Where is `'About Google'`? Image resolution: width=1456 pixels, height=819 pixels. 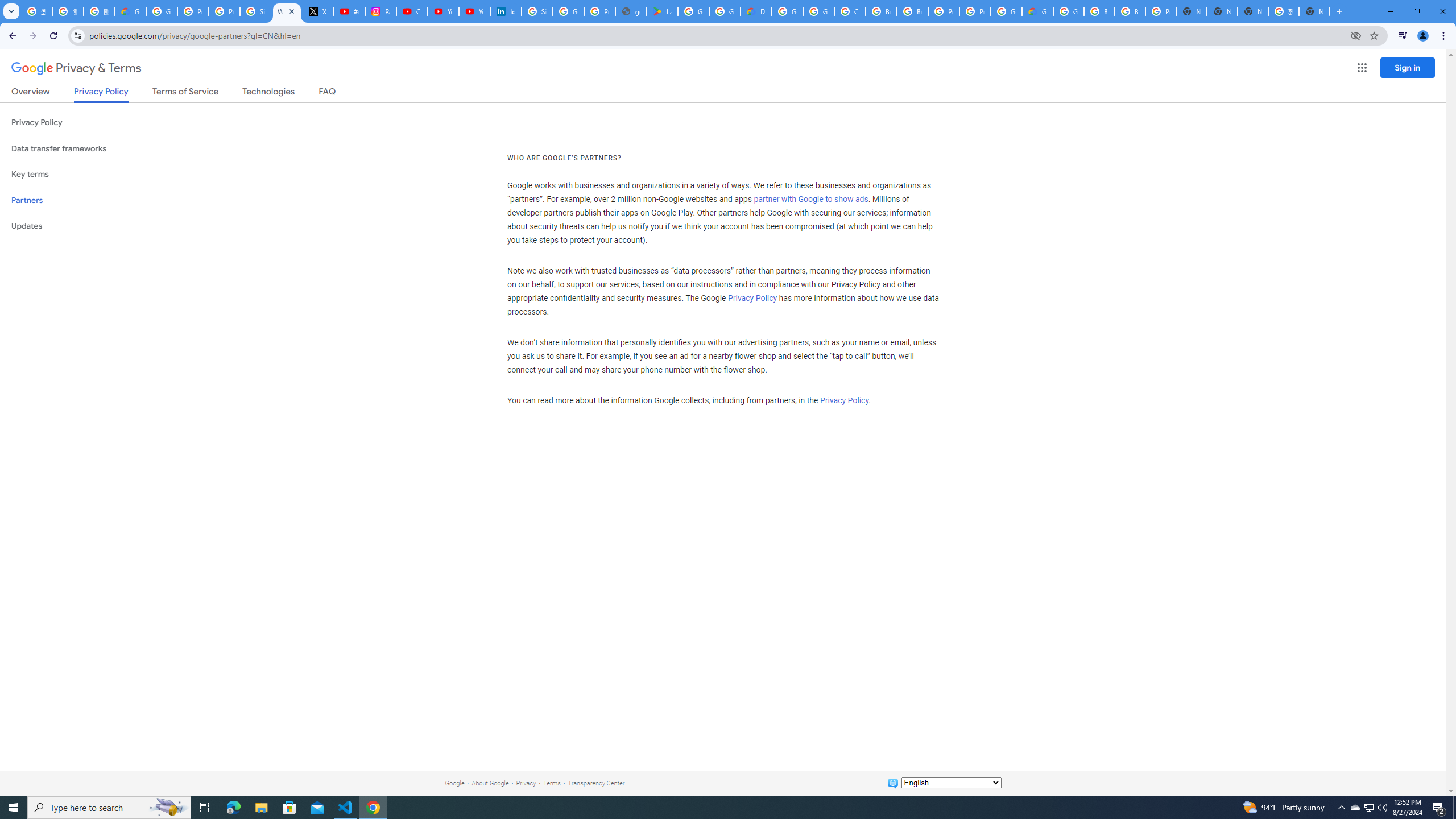
'About Google' is located at coordinates (490, 783).